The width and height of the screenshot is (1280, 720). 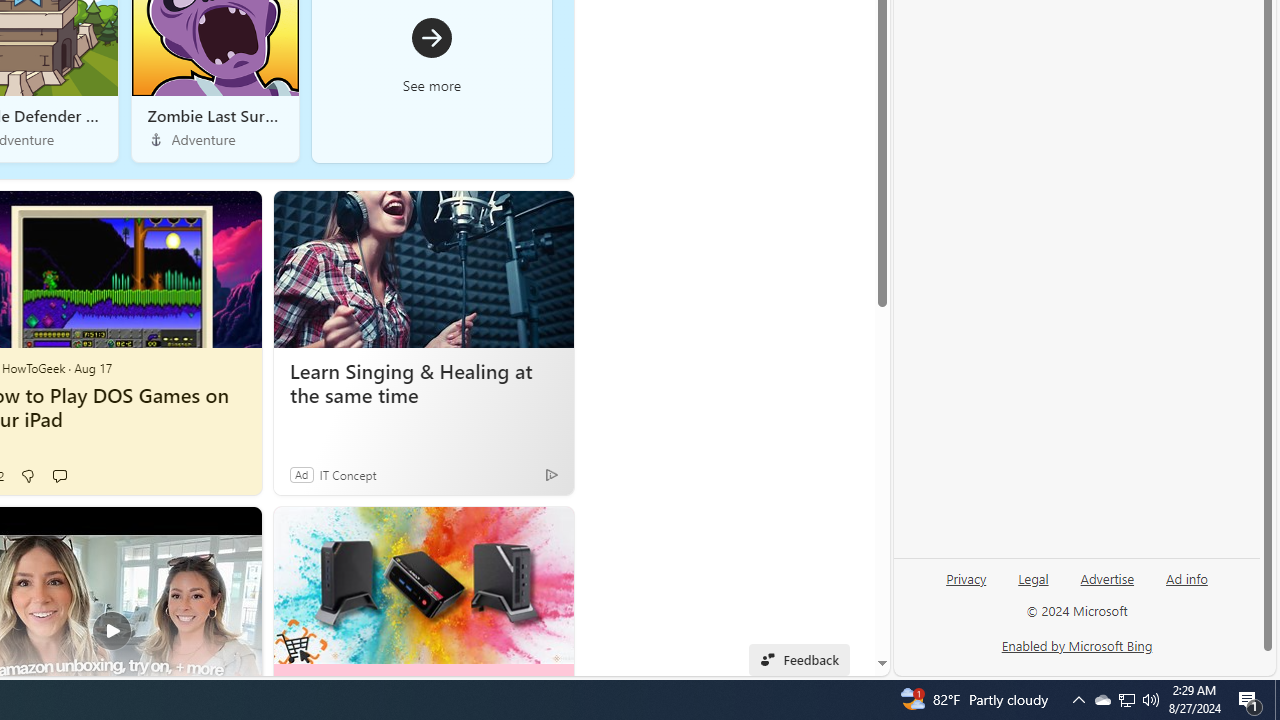 I want to click on 'Ad Choice', so click(x=551, y=474).